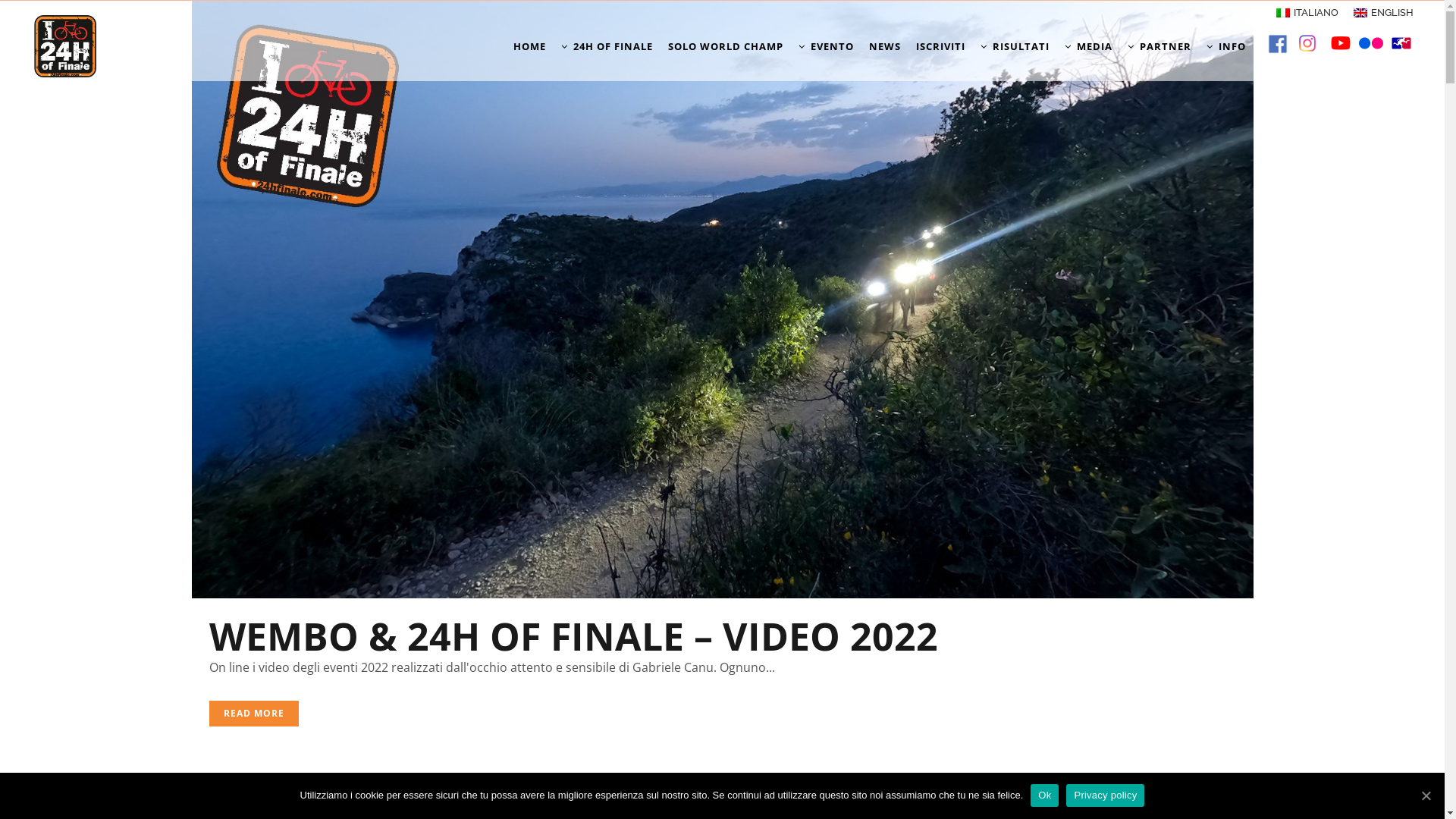 The image size is (1456, 819). I want to click on 'flickr', so click(1358, 42).